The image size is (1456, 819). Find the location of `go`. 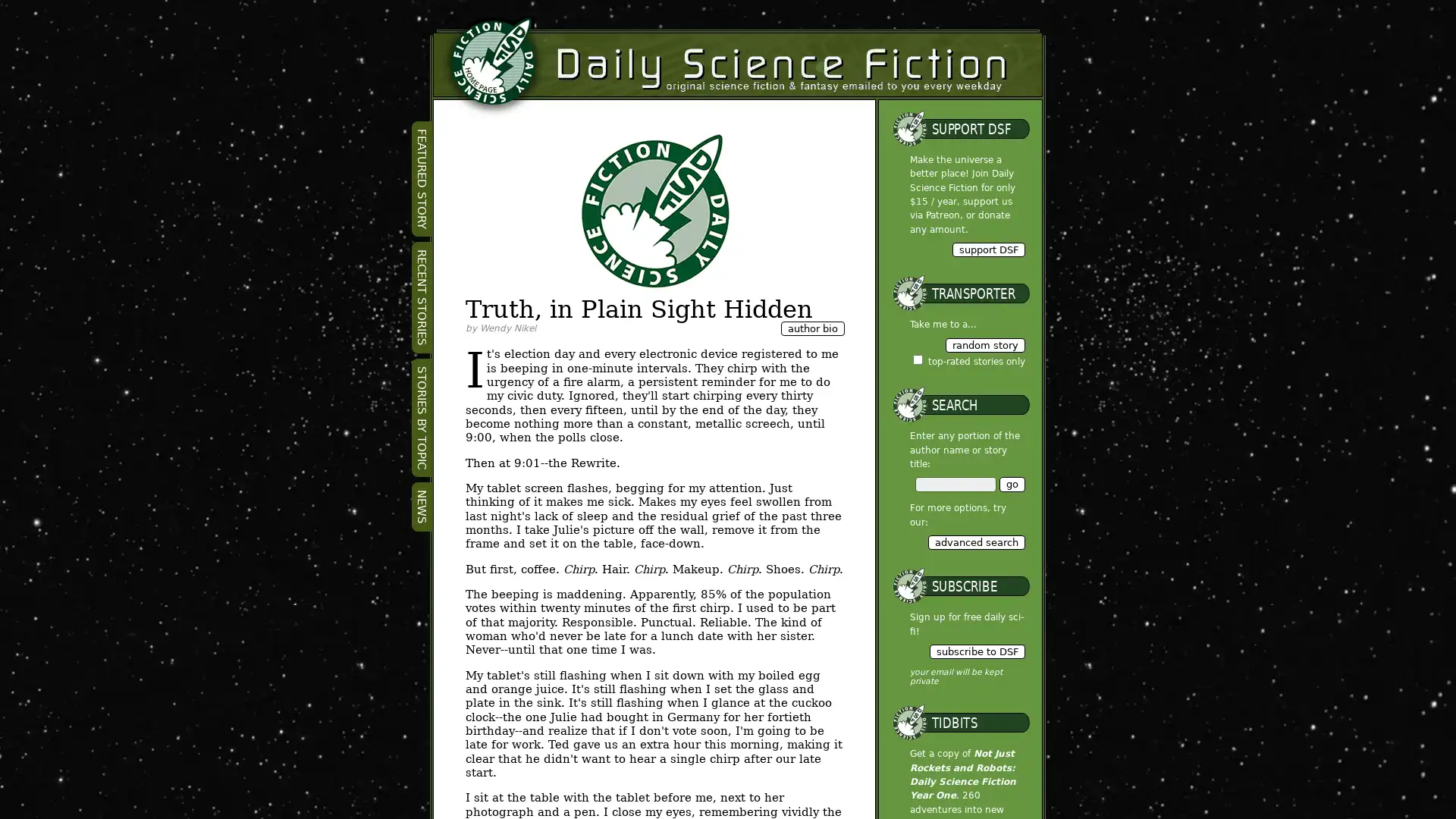

go is located at coordinates (1012, 484).